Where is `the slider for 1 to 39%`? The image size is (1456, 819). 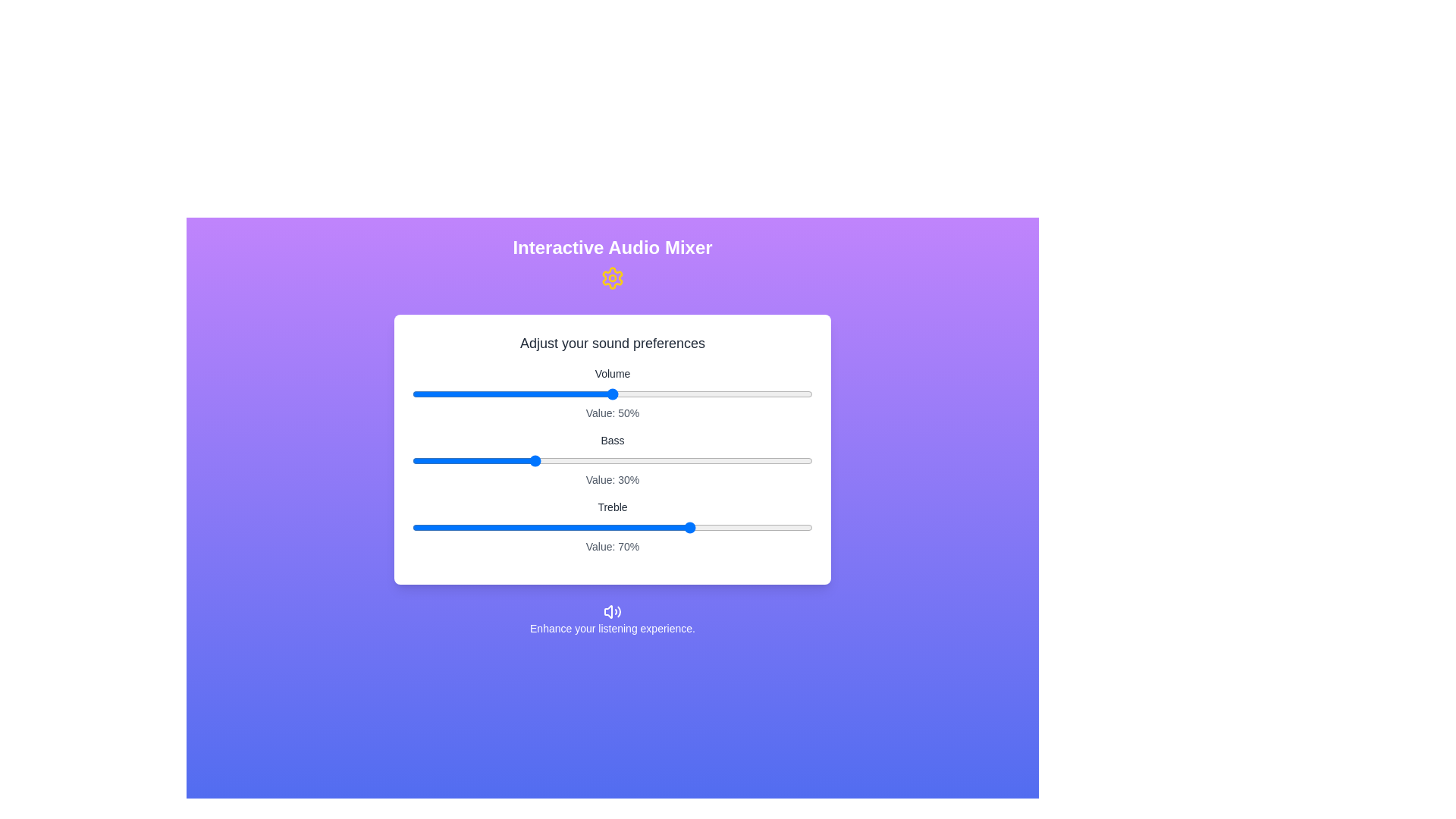 the slider for 1 to 39% is located at coordinates (567, 460).